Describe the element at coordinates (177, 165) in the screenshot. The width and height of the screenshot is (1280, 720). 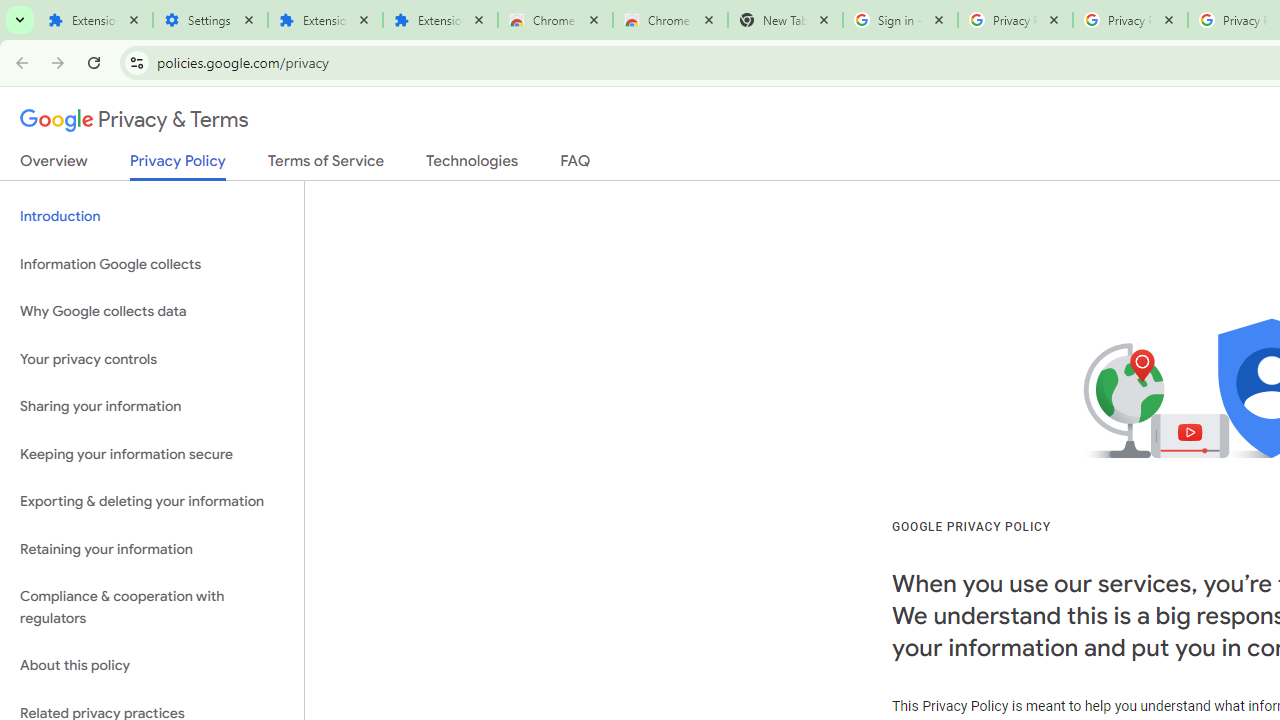
I see `'Privacy Policy'` at that location.